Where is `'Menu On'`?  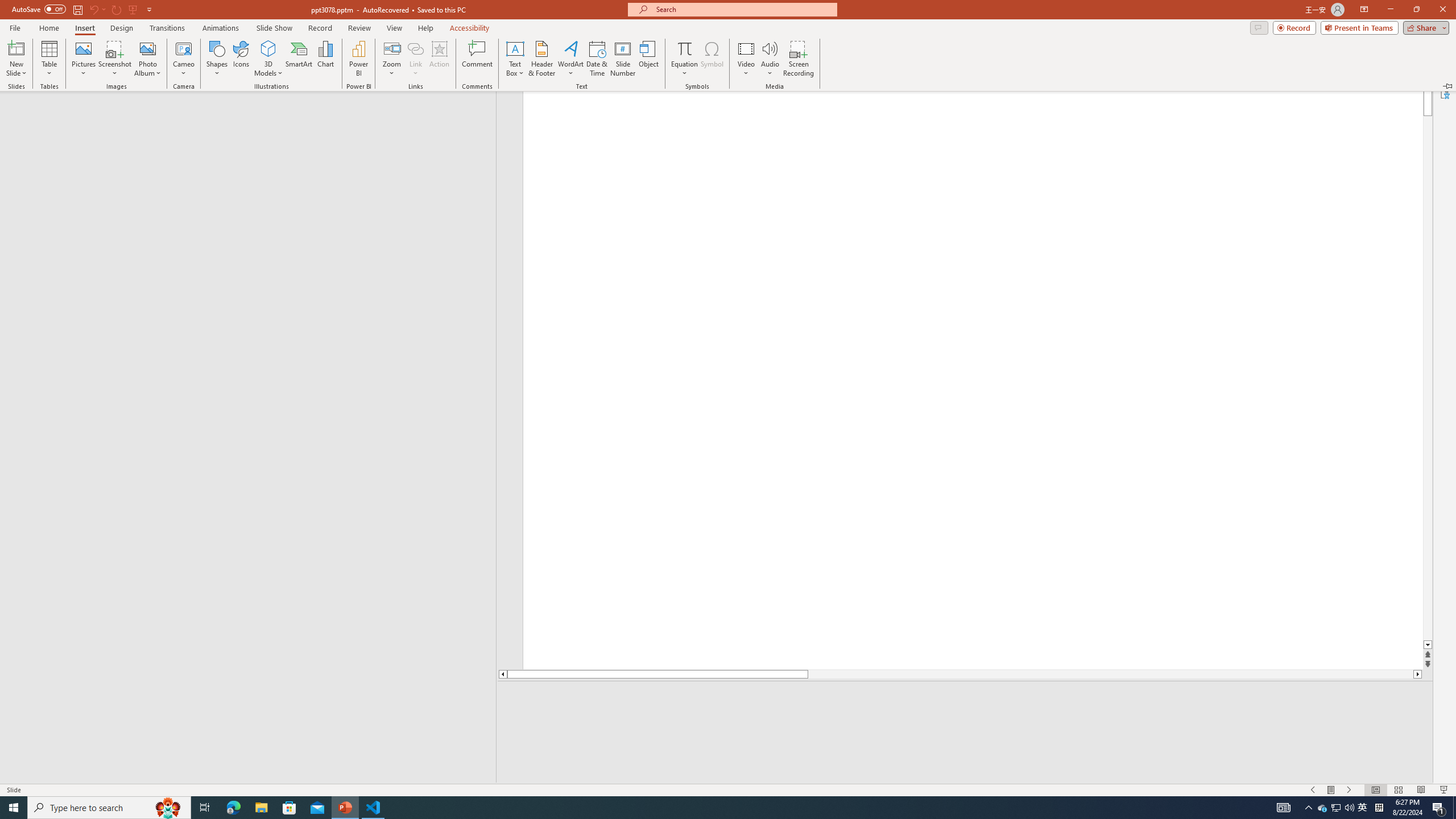 'Menu On' is located at coordinates (1331, 790).